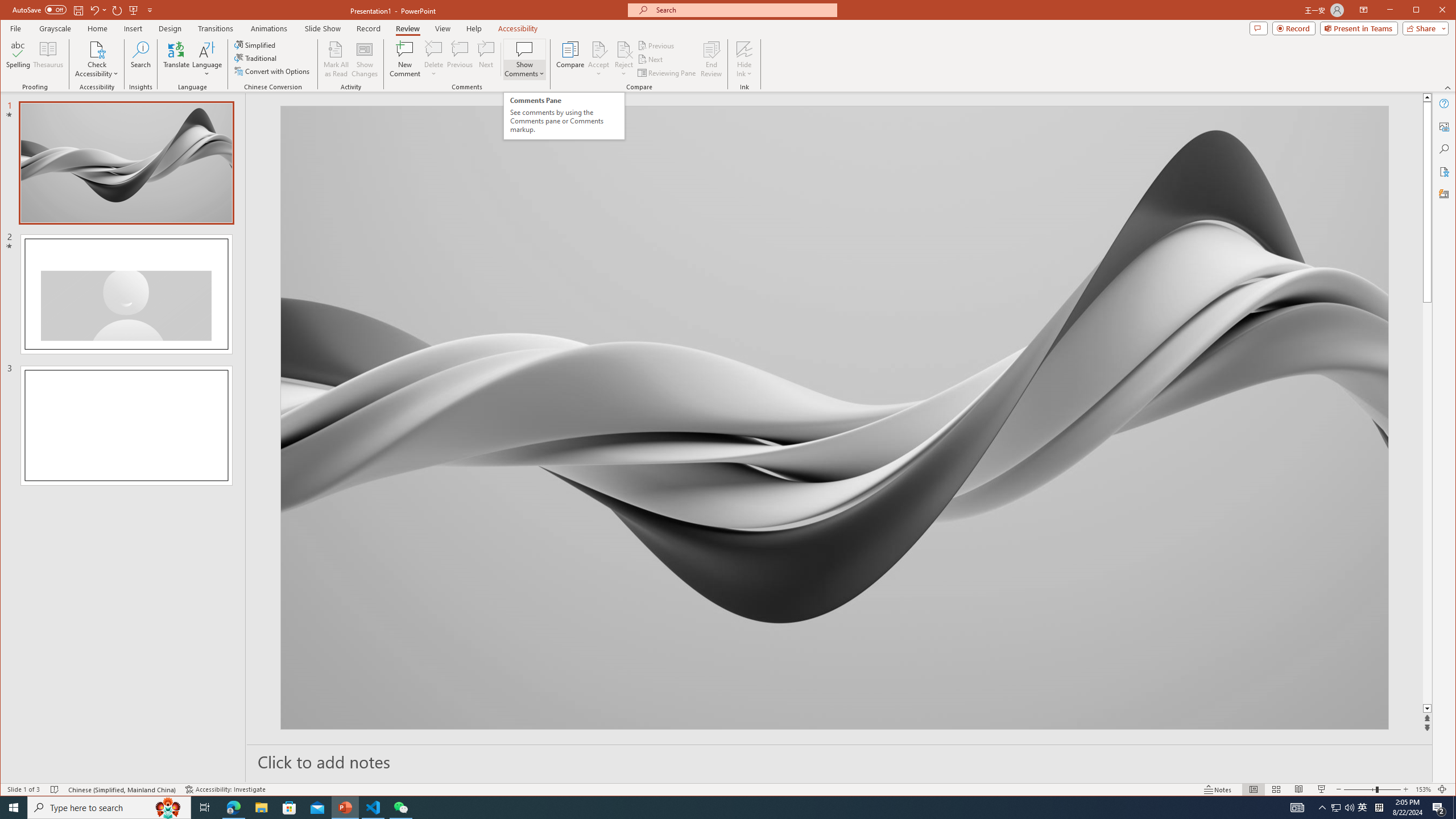  What do you see at coordinates (667, 72) in the screenshot?
I see `'Reviewing Pane'` at bounding box center [667, 72].